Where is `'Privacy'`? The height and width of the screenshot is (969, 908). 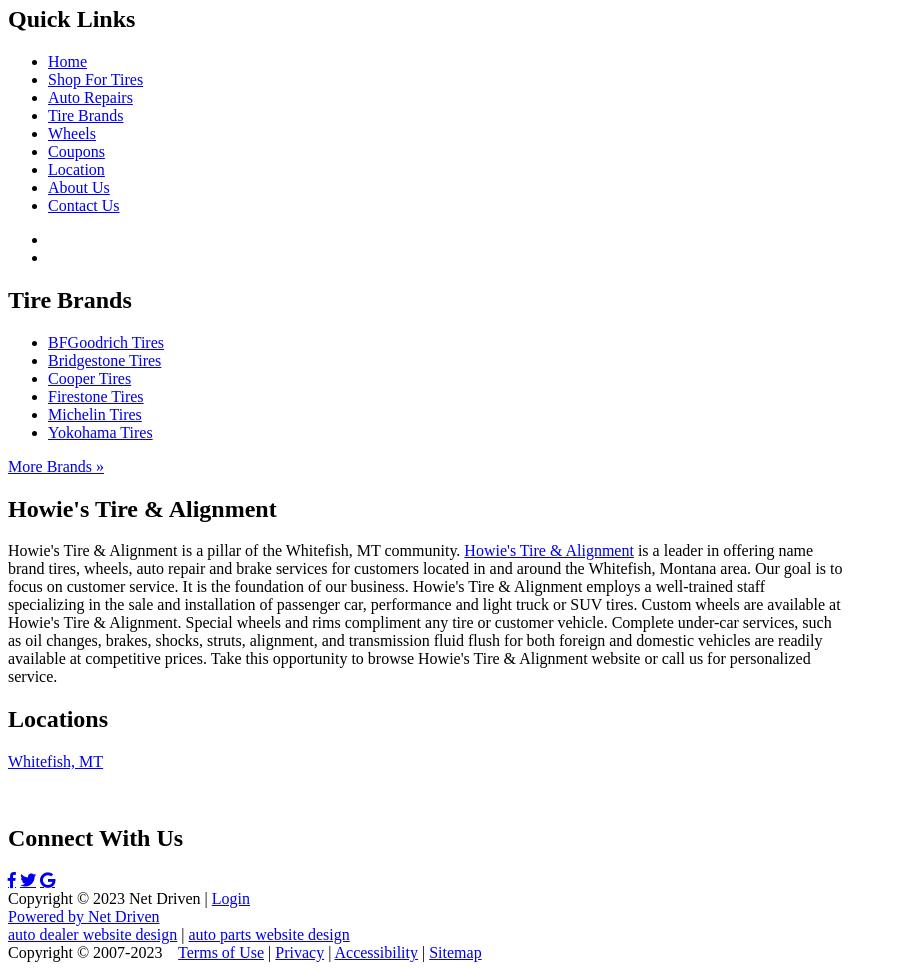 'Privacy' is located at coordinates (275, 951).